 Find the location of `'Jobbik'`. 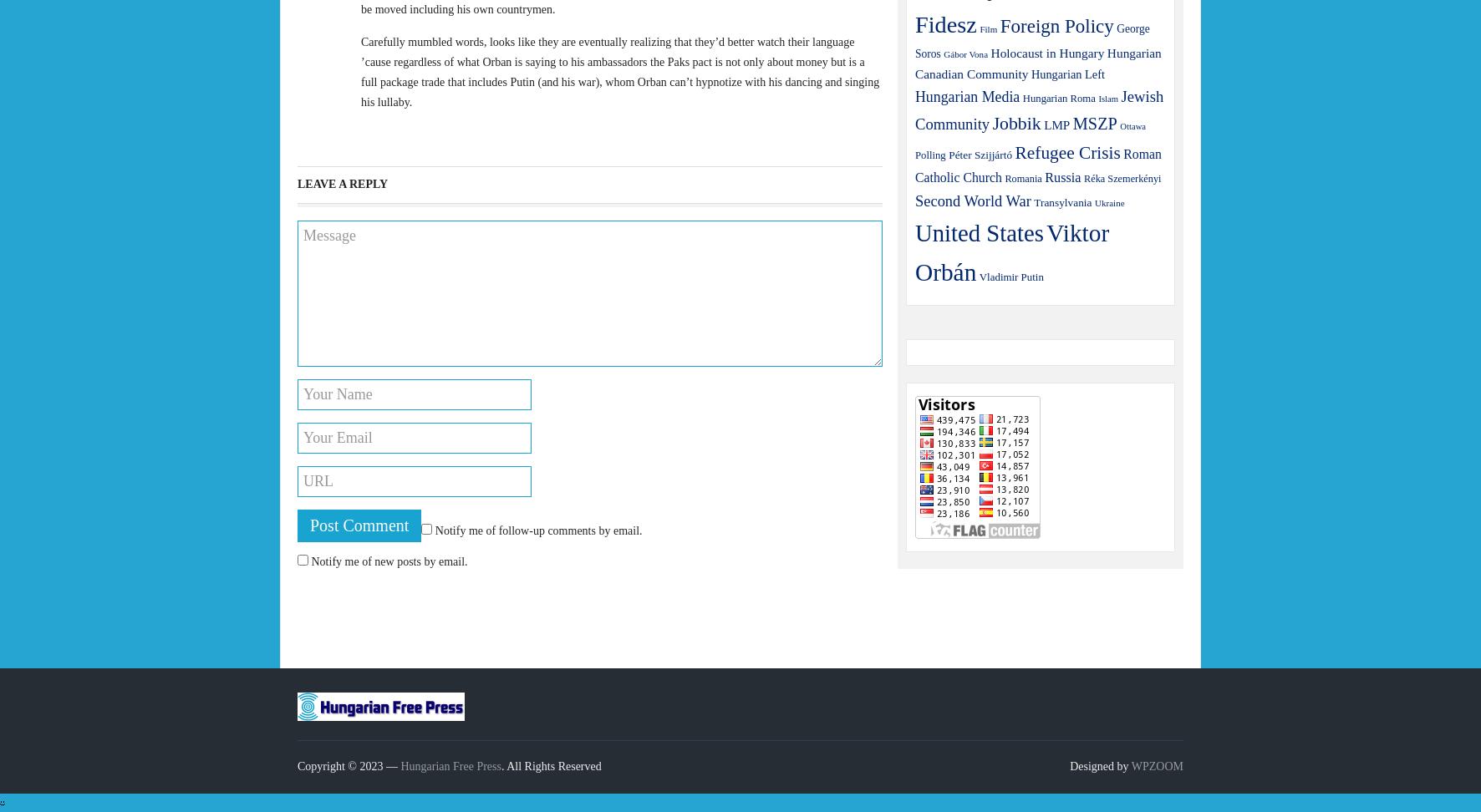

'Jobbik' is located at coordinates (1015, 124).